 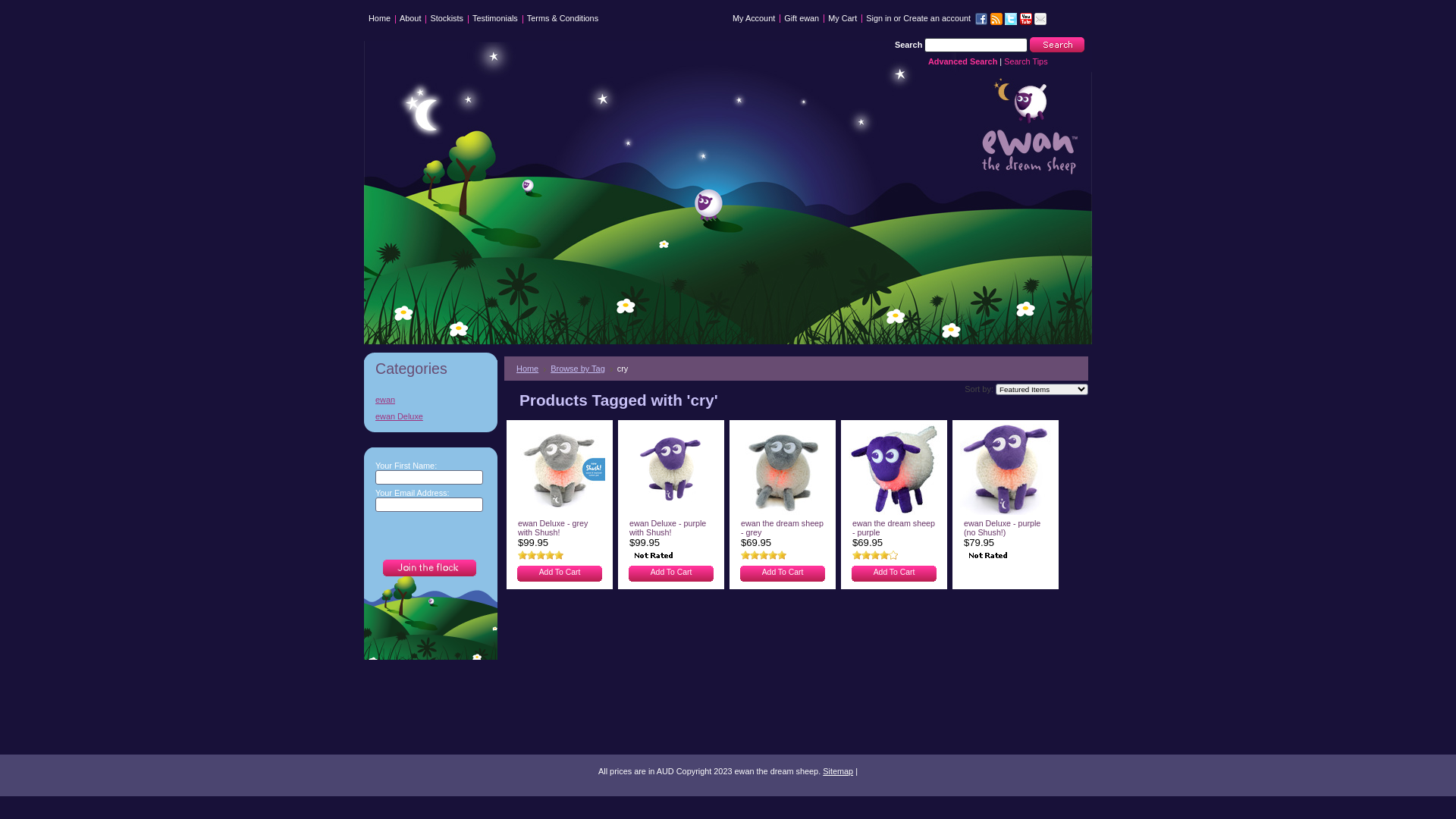 I want to click on 'Terms & Conditions', so click(x=562, y=20).